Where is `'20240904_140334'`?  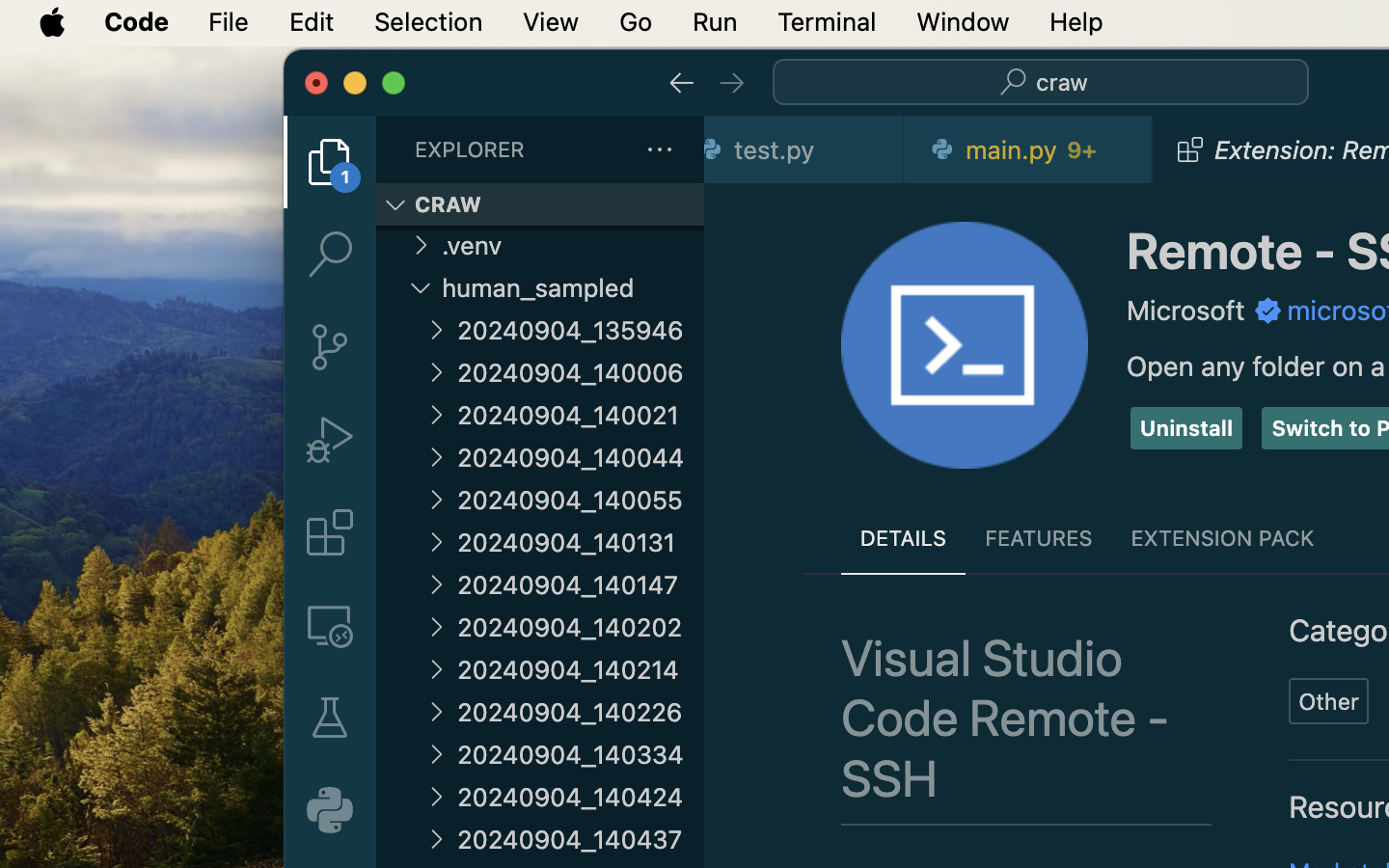 '20240904_140334' is located at coordinates (580, 753).